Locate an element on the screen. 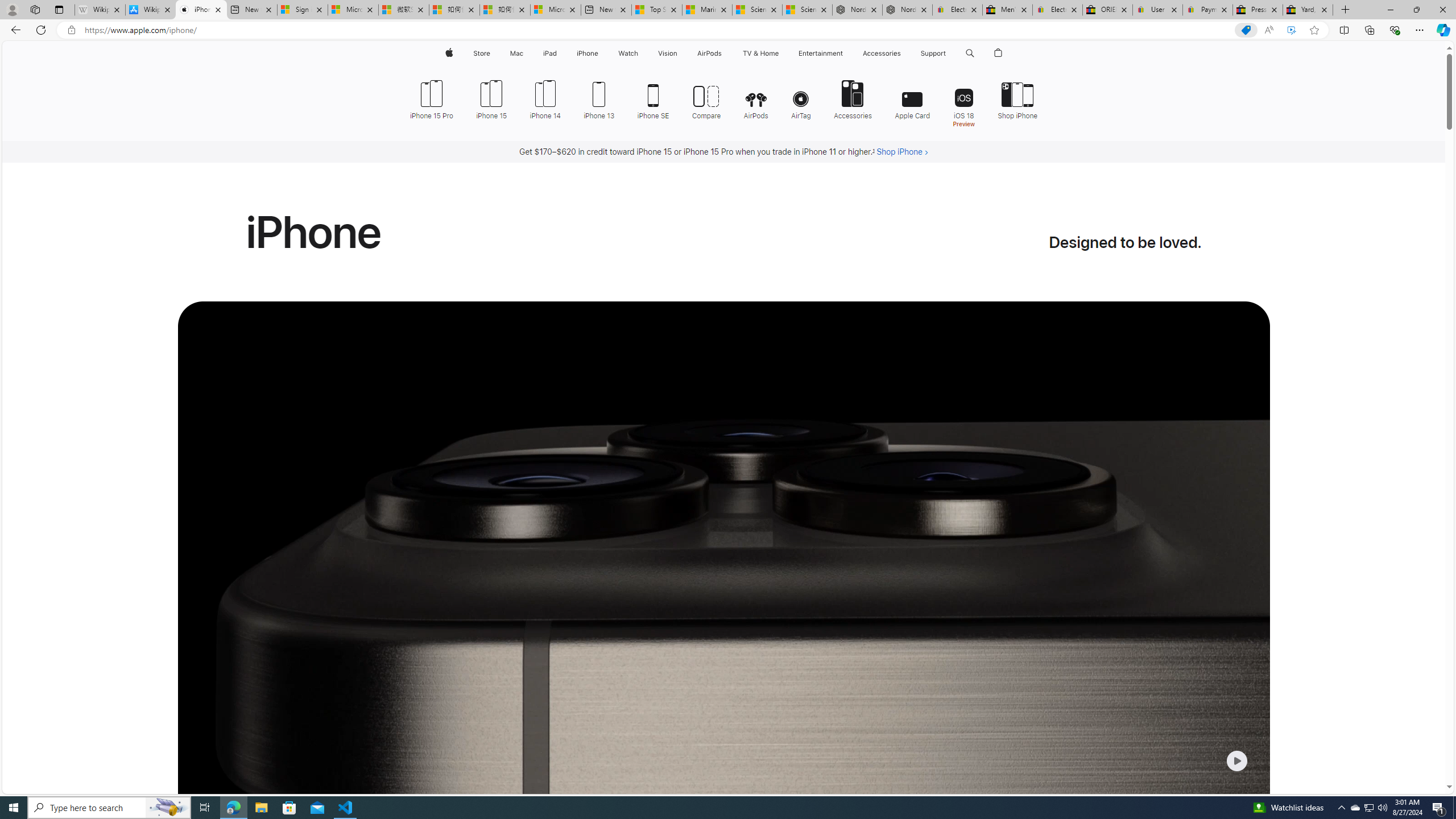 The height and width of the screenshot is (819, 1456). 'Class: control-centered-small-icon' is located at coordinates (1236, 760).